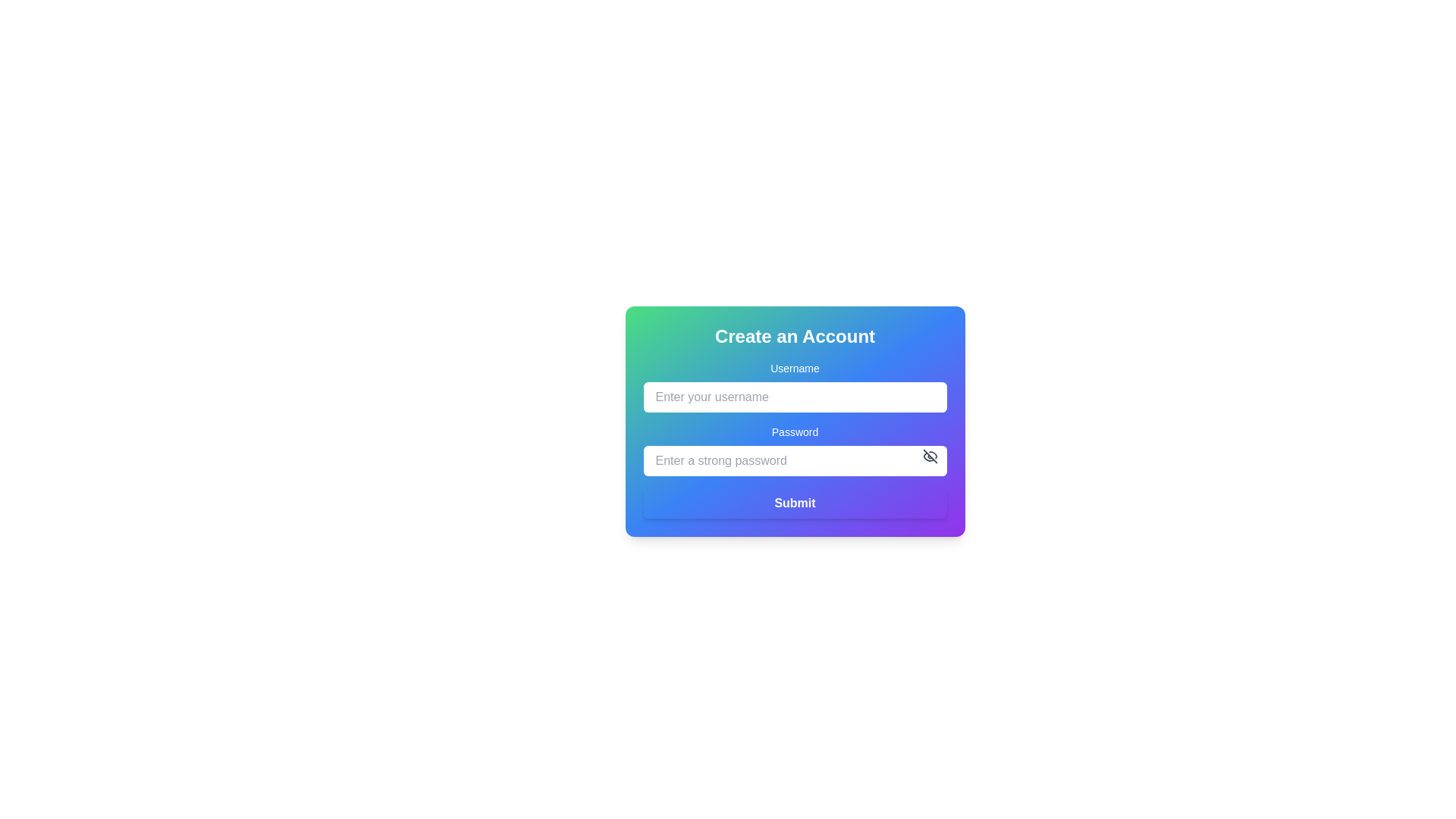  Describe the element at coordinates (929, 455) in the screenshot. I see `the password visibility toggle icon located on the right side of the password input field` at that location.